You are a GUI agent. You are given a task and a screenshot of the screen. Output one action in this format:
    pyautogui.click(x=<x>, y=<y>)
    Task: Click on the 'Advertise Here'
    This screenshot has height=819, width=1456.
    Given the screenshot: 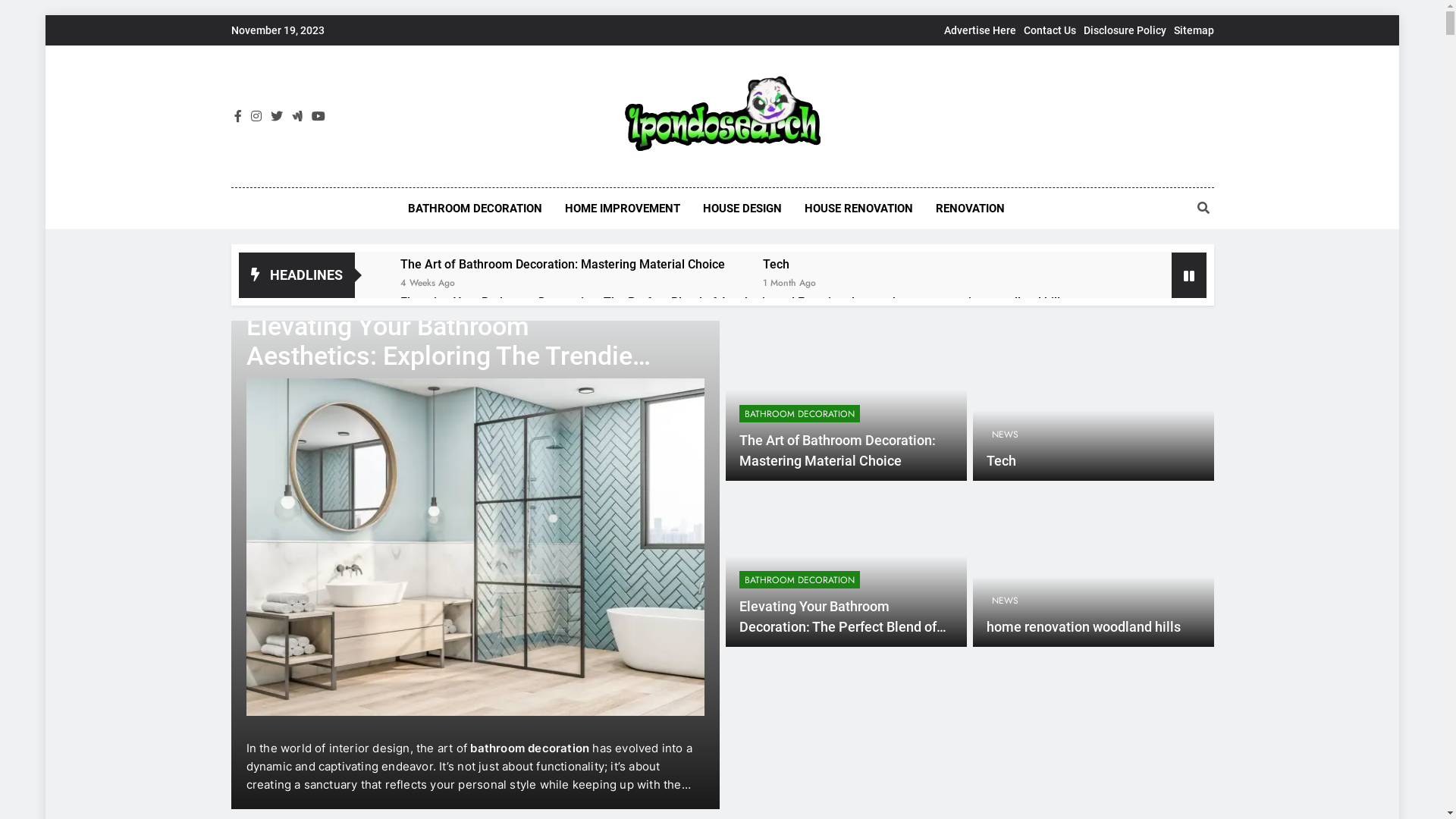 What is the action you would take?
    pyautogui.click(x=979, y=30)
    